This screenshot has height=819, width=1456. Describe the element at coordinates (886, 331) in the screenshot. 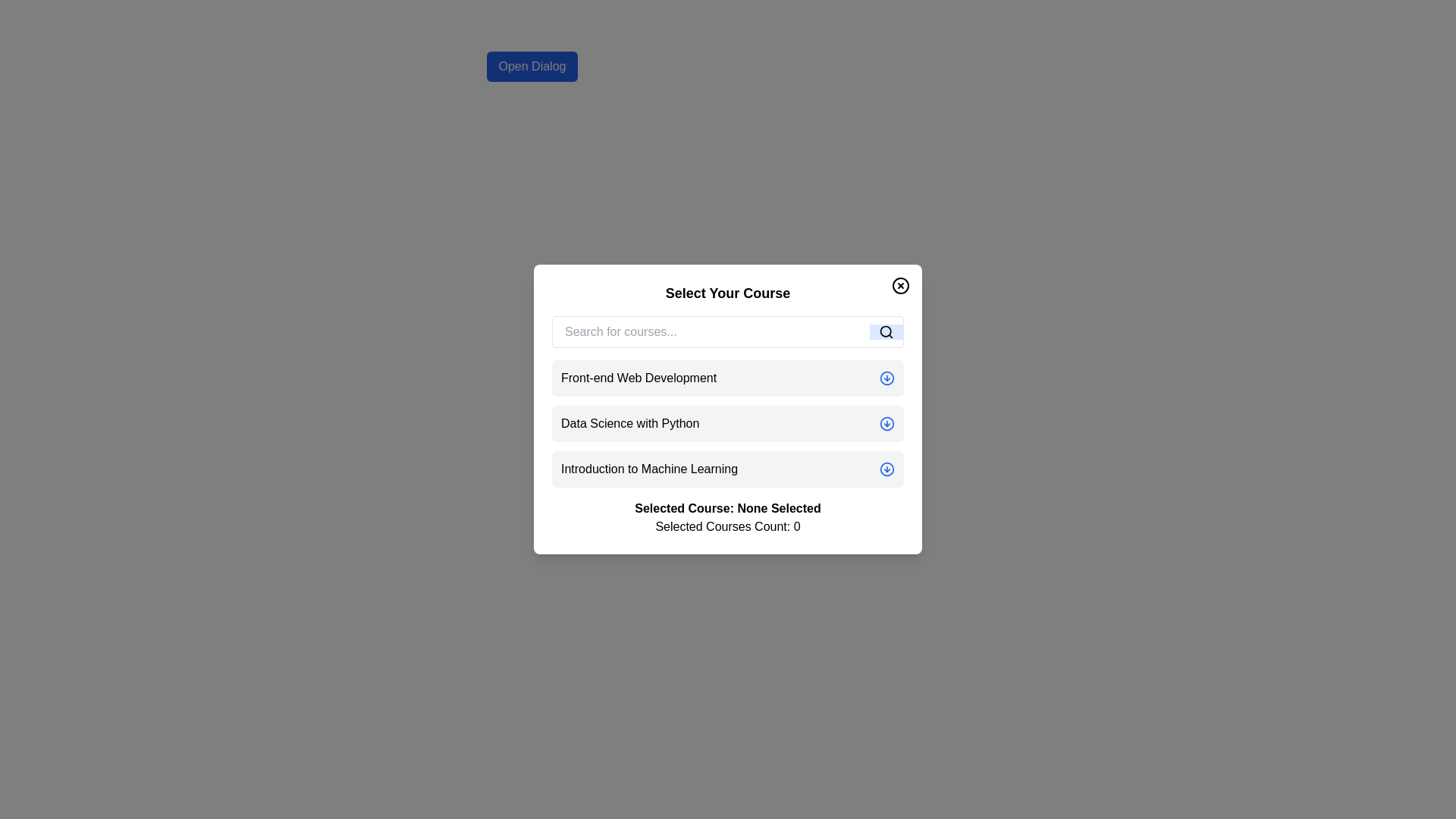

I see `the search icon button located at the right end of the search input field to initiate the search action` at that location.